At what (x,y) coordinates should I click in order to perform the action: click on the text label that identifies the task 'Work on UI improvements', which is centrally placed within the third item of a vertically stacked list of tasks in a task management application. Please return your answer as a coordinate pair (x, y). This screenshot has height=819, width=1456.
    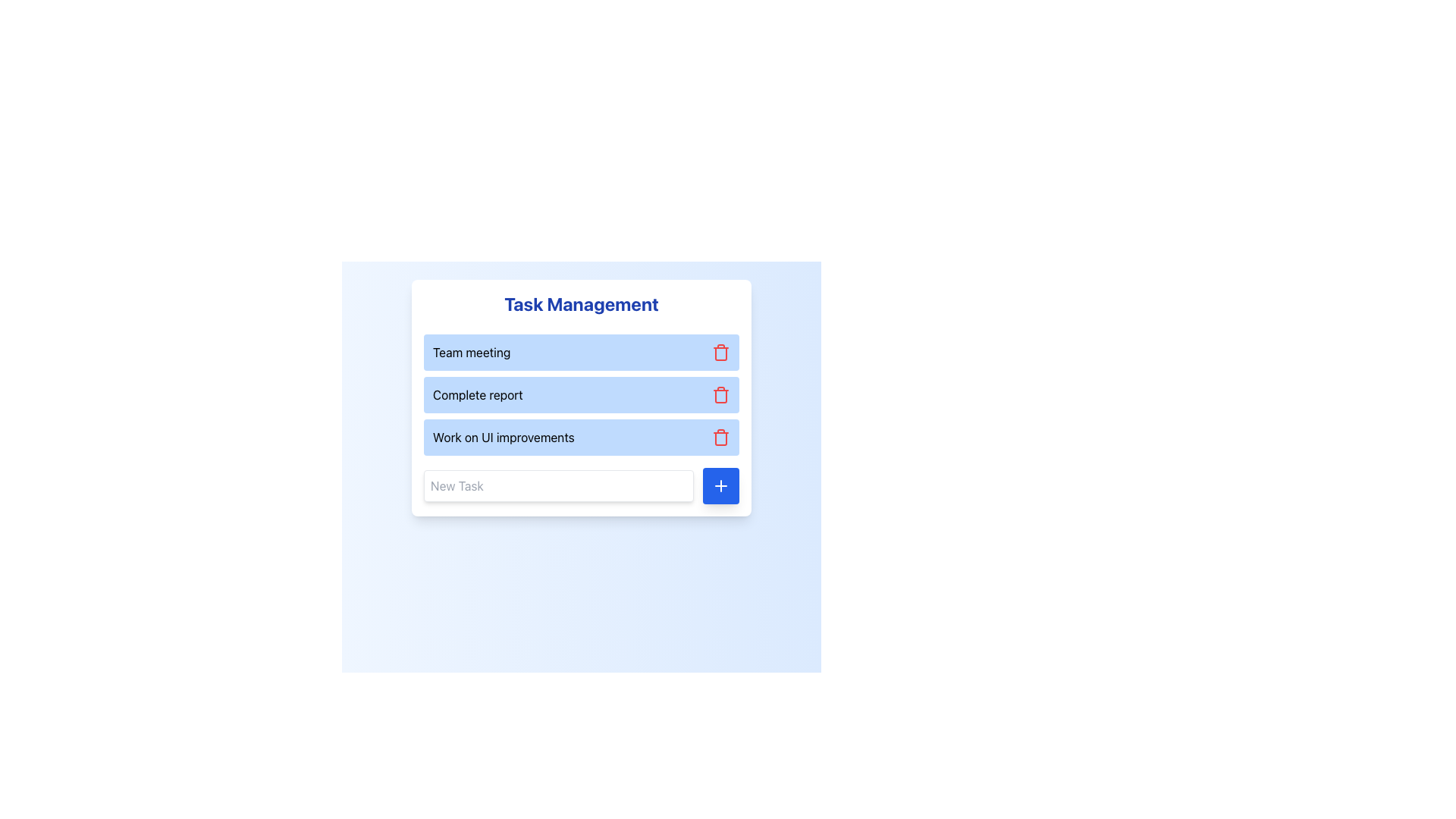
    Looking at the image, I should click on (504, 438).